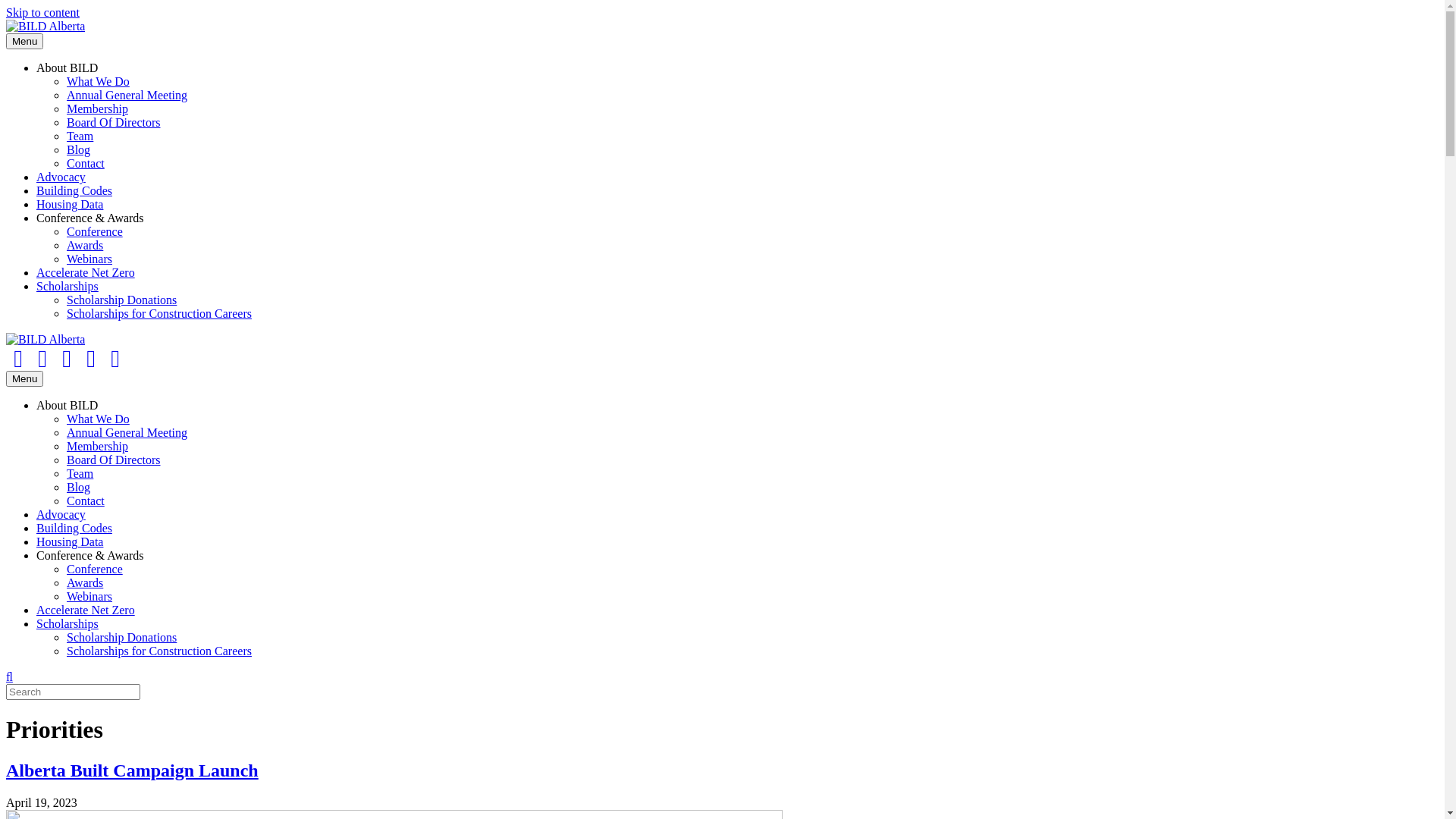 The width and height of the screenshot is (1456, 819). Describe the element at coordinates (93, 569) in the screenshot. I see `'Conference'` at that location.